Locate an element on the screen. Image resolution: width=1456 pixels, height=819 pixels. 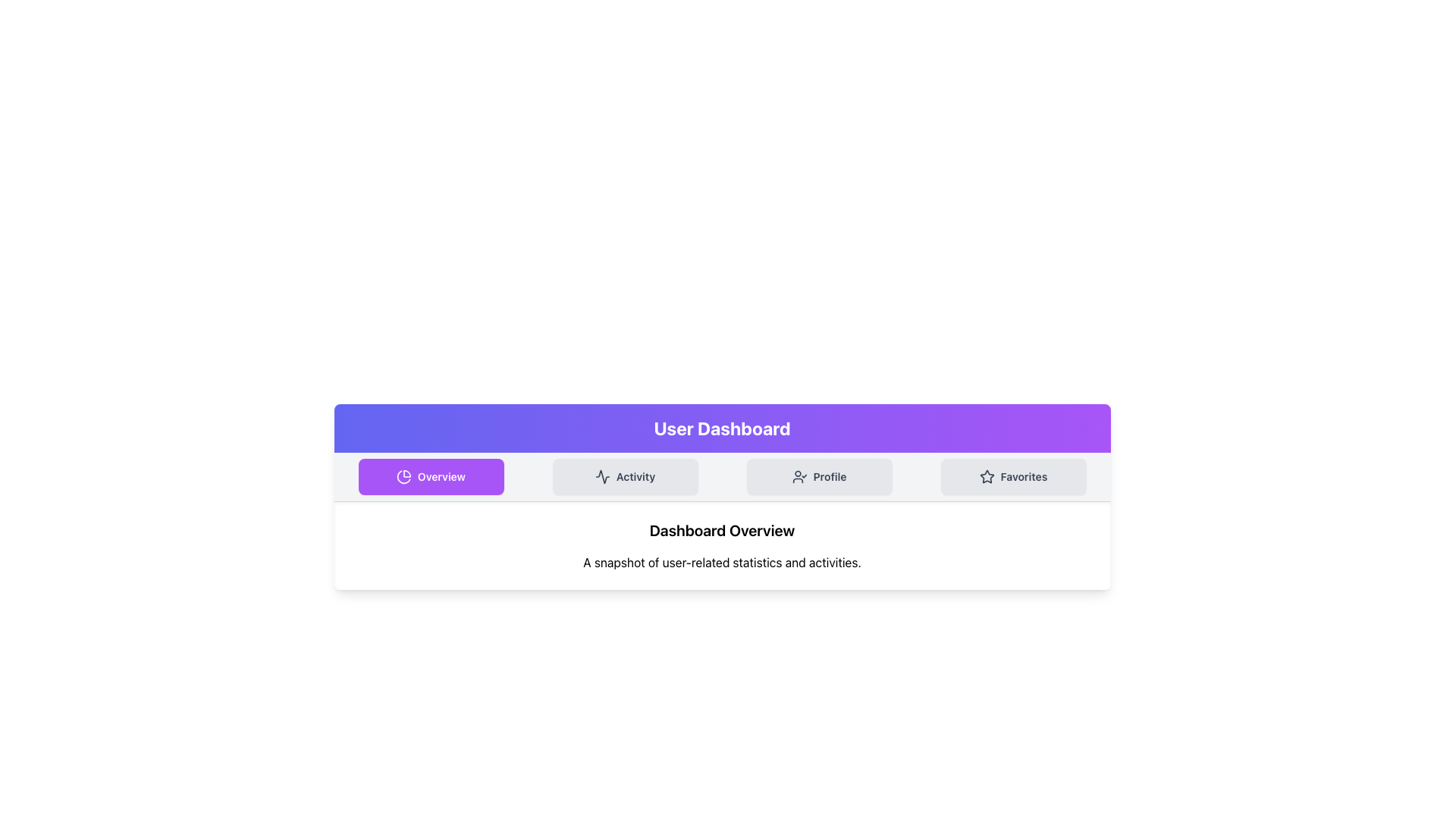
the circular pie chart icon located inside the 'Overview' button, which is to the left of the 'Overview' text label within the navigation buttons under the 'User Dashboard' header is located at coordinates (403, 475).